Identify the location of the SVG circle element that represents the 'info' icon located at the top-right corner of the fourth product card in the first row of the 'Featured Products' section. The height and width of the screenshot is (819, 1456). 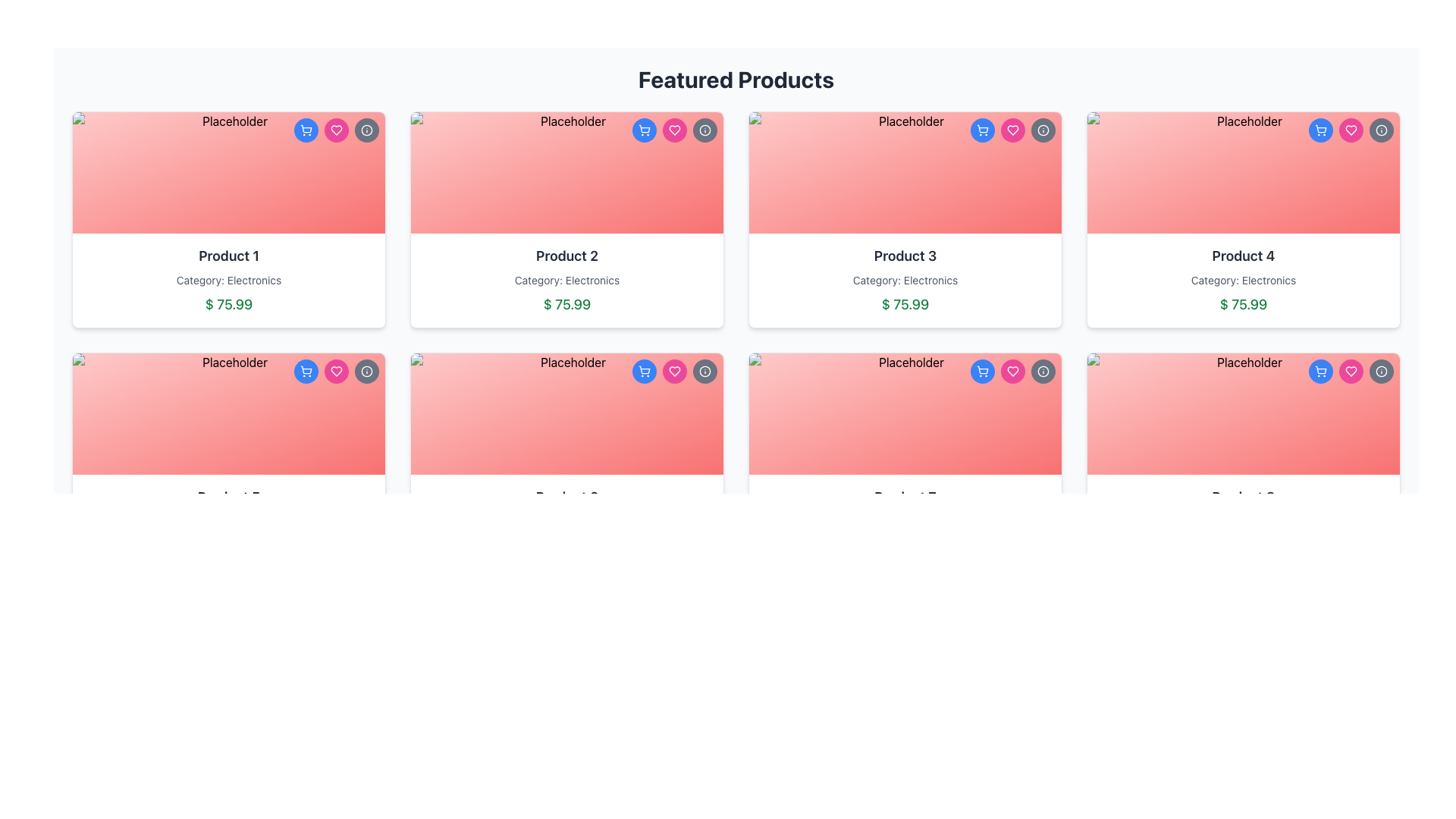
(1382, 130).